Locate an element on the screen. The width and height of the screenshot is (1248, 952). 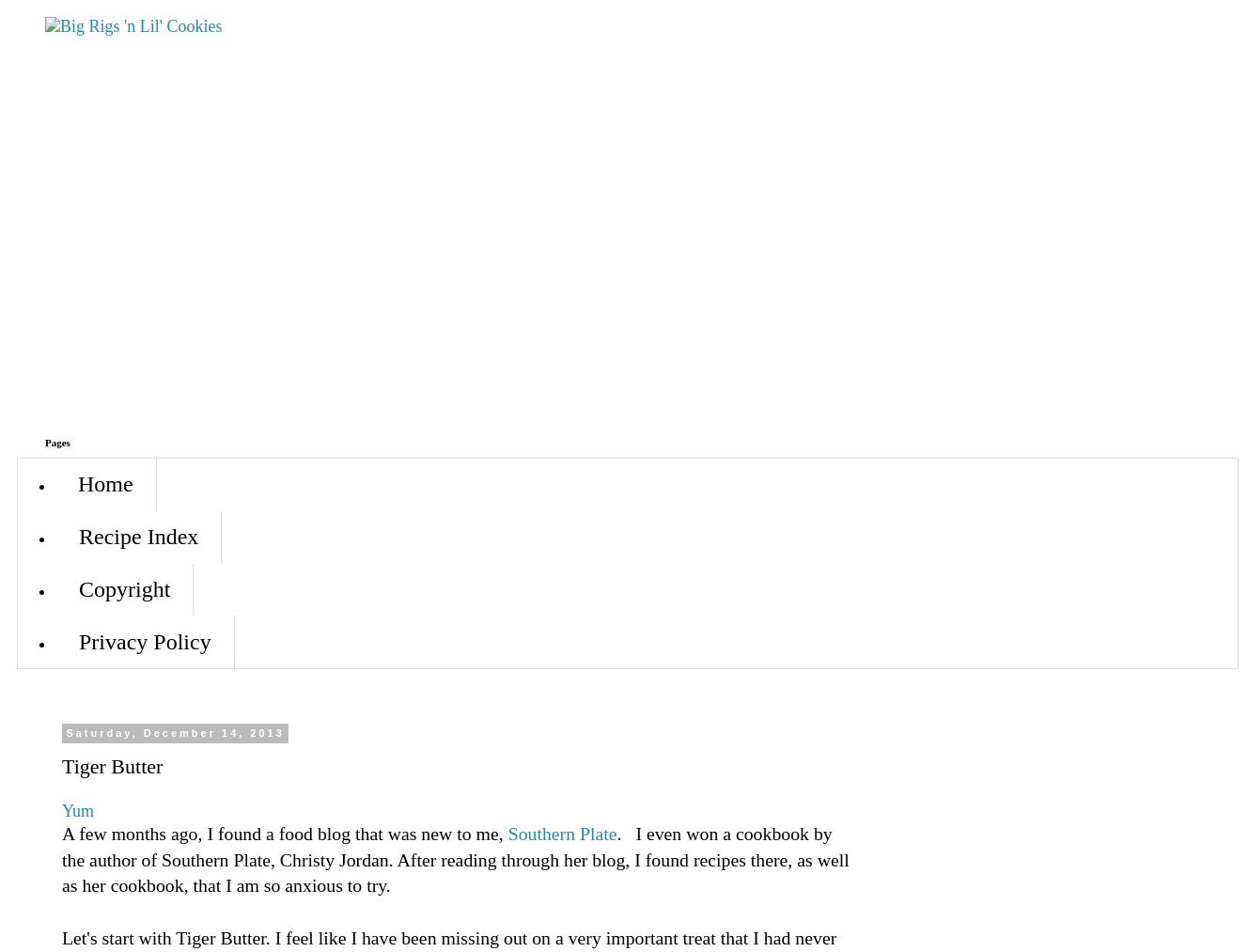
'Home' is located at coordinates (103, 484).